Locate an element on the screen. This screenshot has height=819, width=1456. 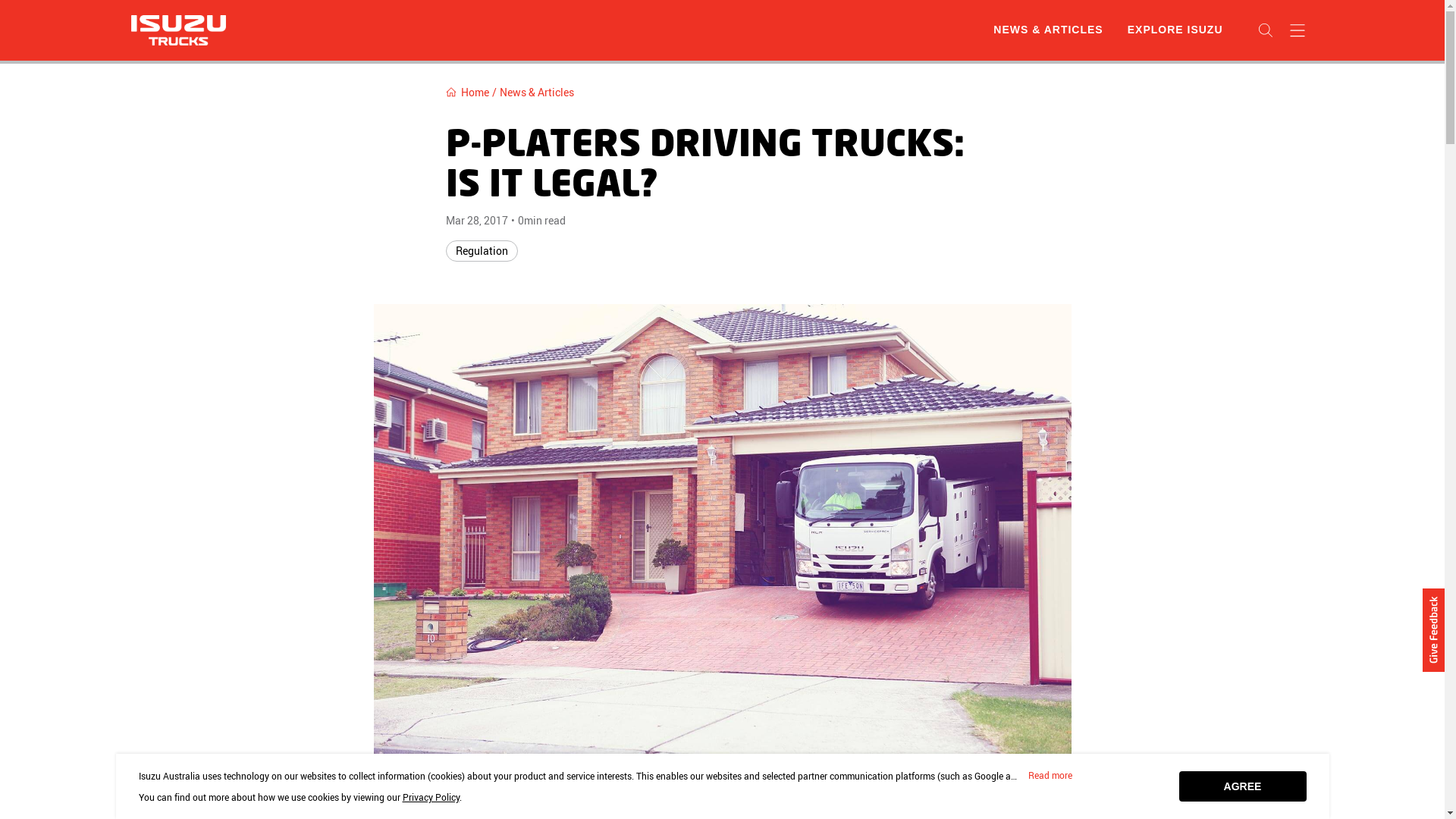
'Privacy Policy' is located at coordinates (429, 795).